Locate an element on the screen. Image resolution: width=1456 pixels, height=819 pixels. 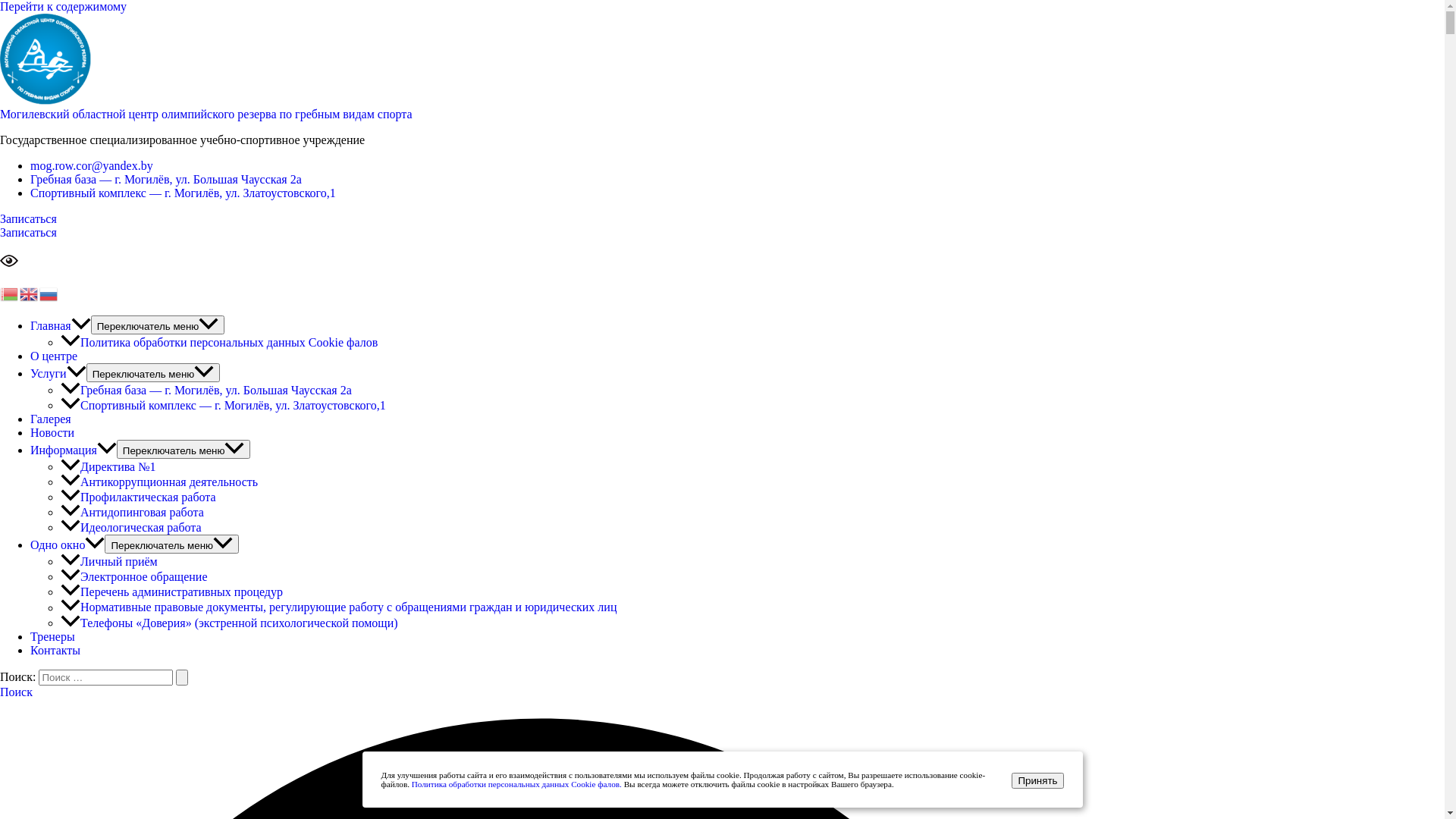
'Belarusian' is located at coordinates (10, 293).